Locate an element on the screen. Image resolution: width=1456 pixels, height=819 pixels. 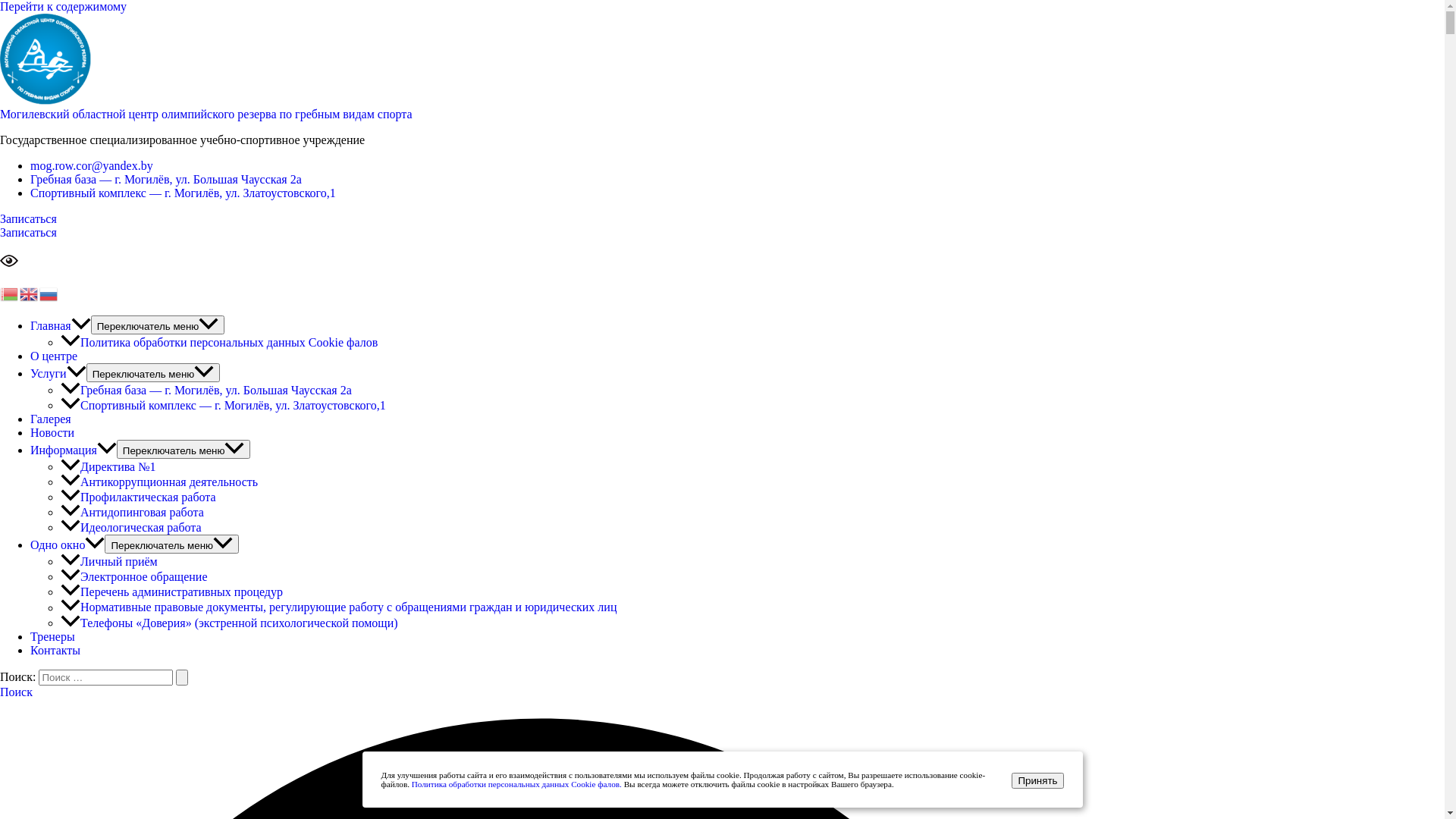
'Belarusian' is located at coordinates (10, 293).